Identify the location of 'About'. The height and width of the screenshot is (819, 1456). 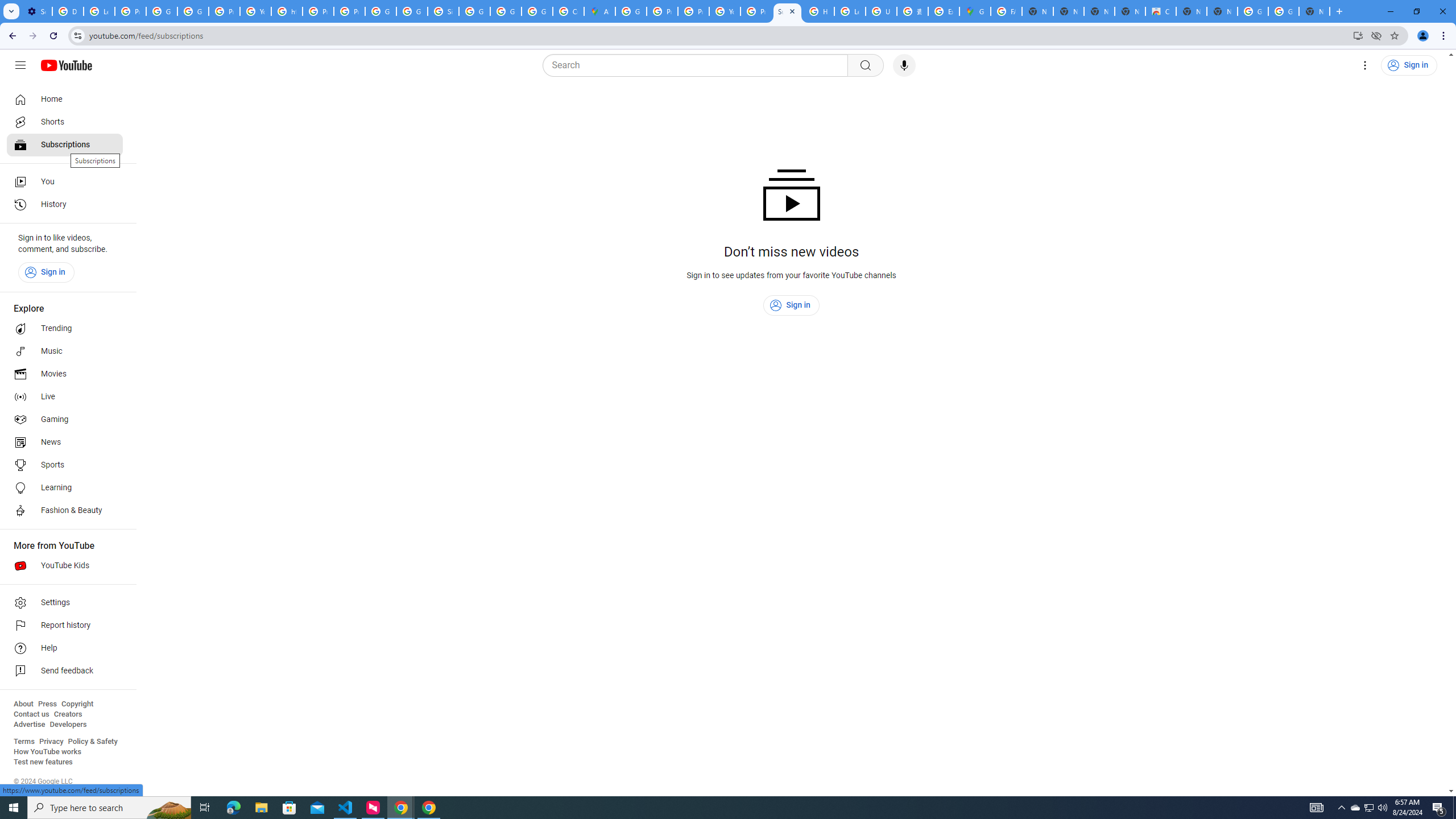
(23, 704).